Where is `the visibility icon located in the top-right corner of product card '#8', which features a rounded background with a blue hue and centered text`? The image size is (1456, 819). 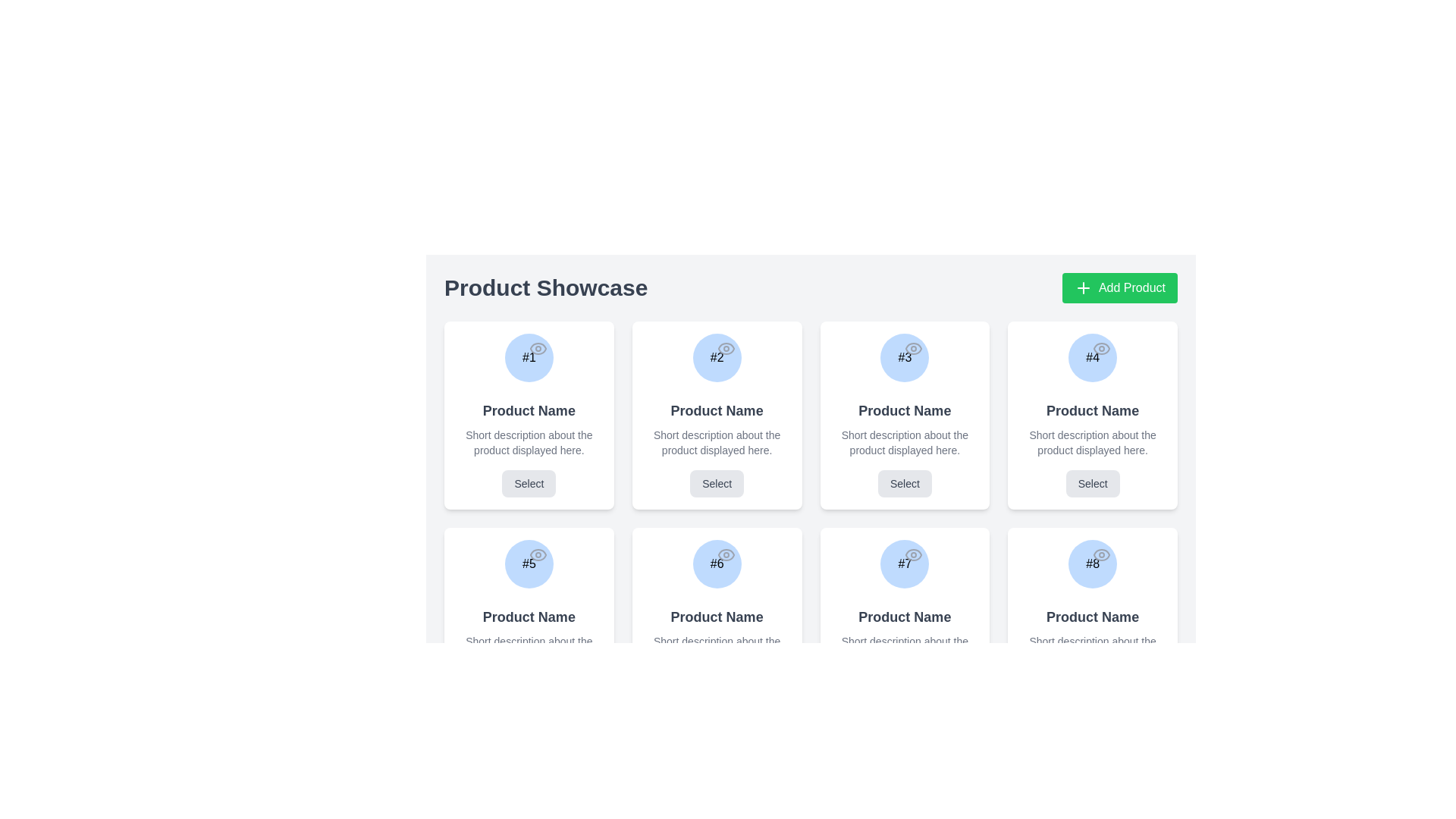 the visibility icon located in the top-right corner of product card '#8', which features a rounded background with a blue hue and centered text is located at coordinates (1102, 555).